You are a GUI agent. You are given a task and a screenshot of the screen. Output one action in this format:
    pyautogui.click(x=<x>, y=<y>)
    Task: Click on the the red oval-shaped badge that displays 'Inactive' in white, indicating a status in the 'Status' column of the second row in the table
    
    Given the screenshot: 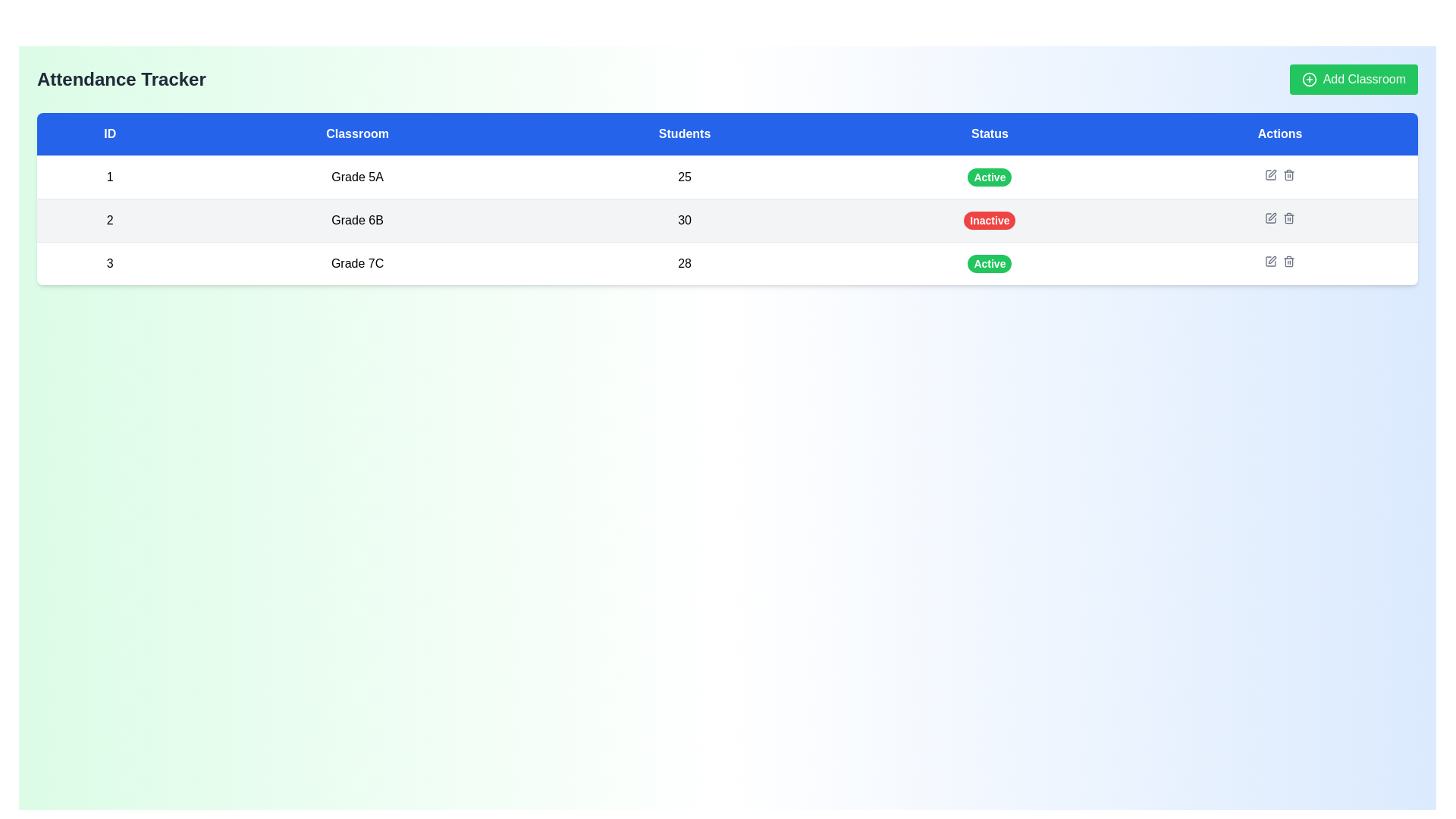 What is the action you would take?
    pyautogui.click(x=990, y=220)
    